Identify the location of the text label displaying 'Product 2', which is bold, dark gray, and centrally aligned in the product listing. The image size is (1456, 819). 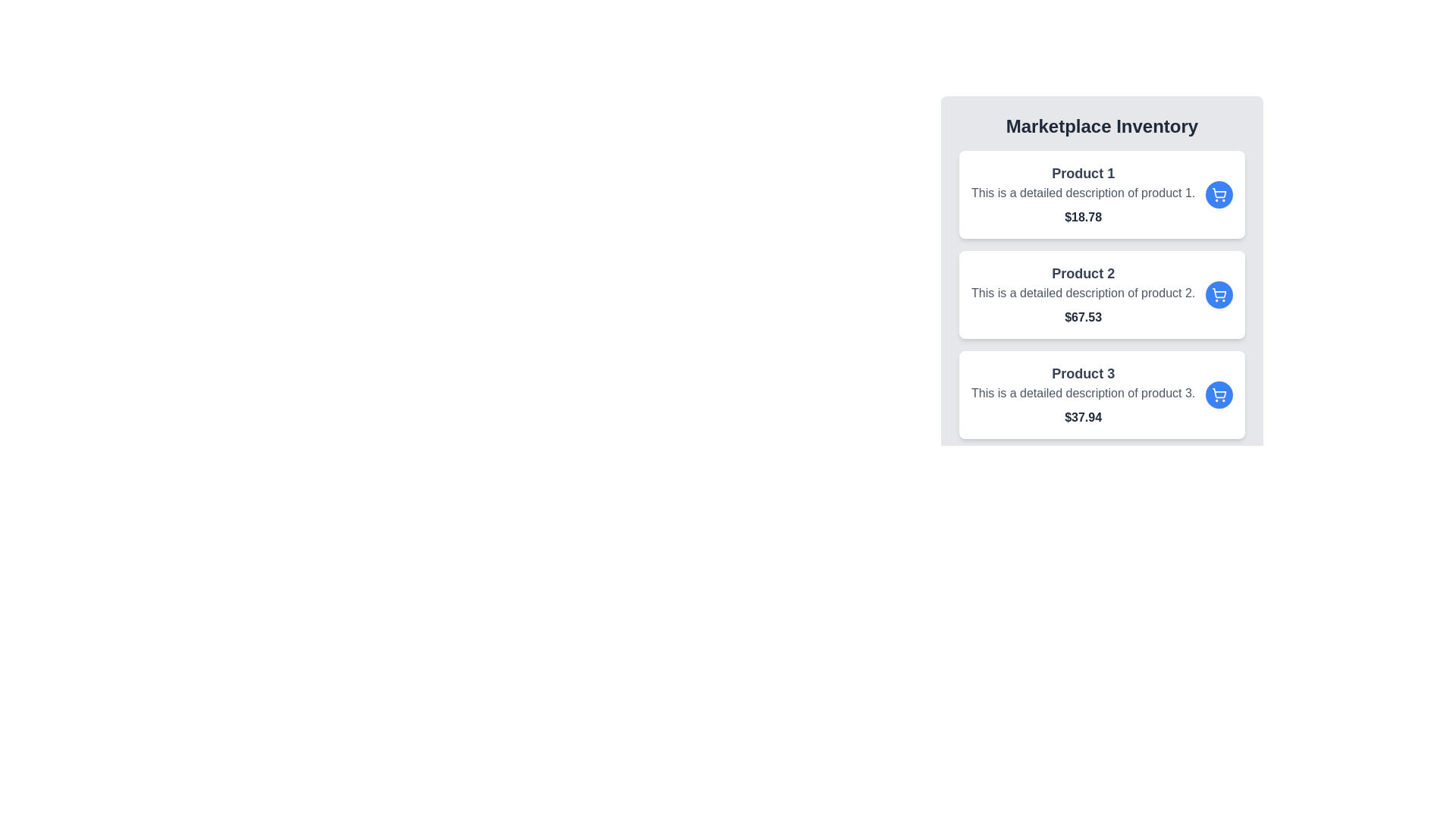
(1082, 274).